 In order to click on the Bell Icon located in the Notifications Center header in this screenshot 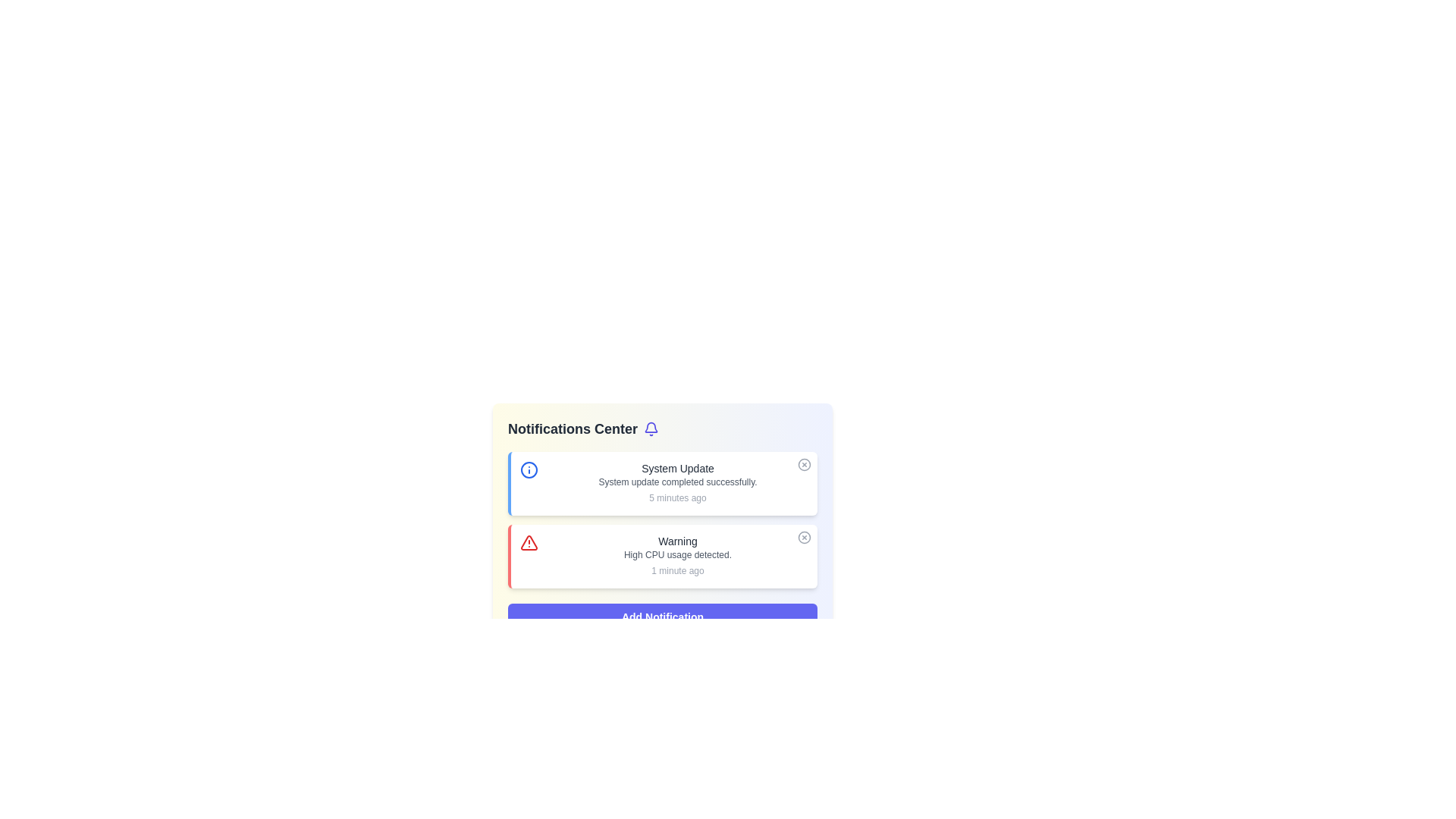, I will do `click(651, 429)`.